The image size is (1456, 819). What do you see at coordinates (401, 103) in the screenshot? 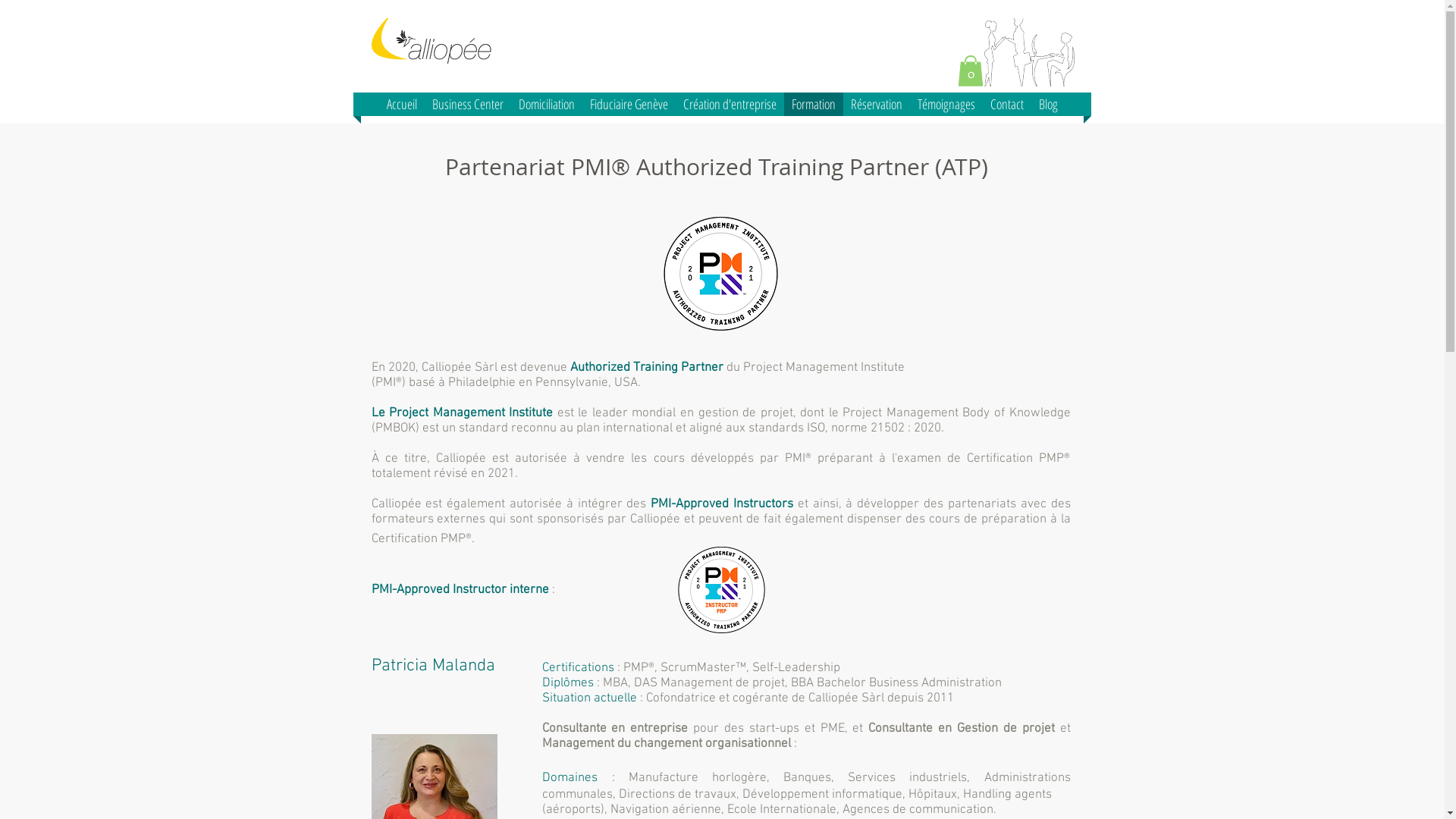
I see `'Accueil'` at bounding box center [401, 103].